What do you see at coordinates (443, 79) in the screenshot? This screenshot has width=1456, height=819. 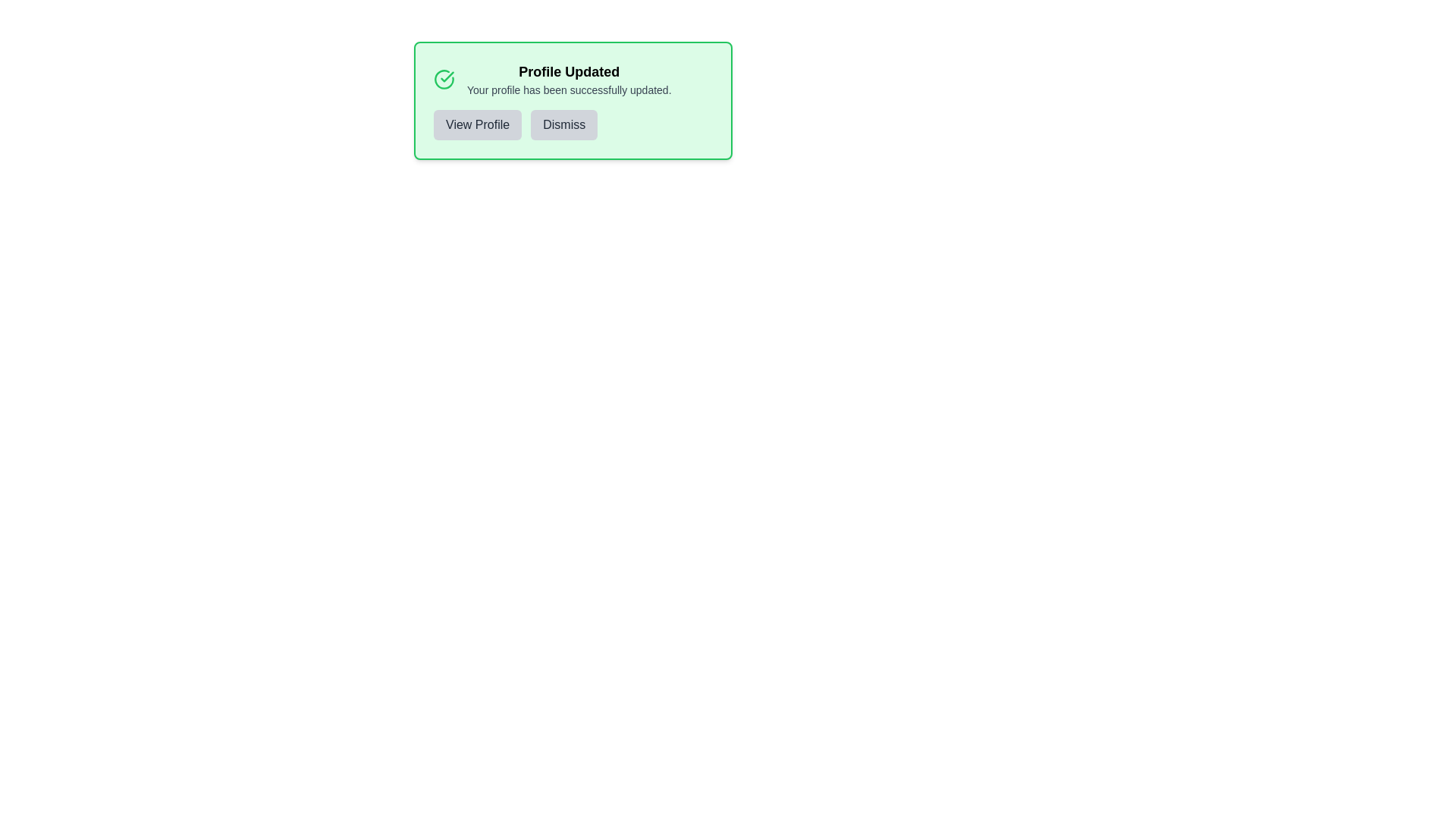 I see `the green checkmark circle icon located to the left of the 'Profile Updated' notification text` at bounding box center [443, 79].